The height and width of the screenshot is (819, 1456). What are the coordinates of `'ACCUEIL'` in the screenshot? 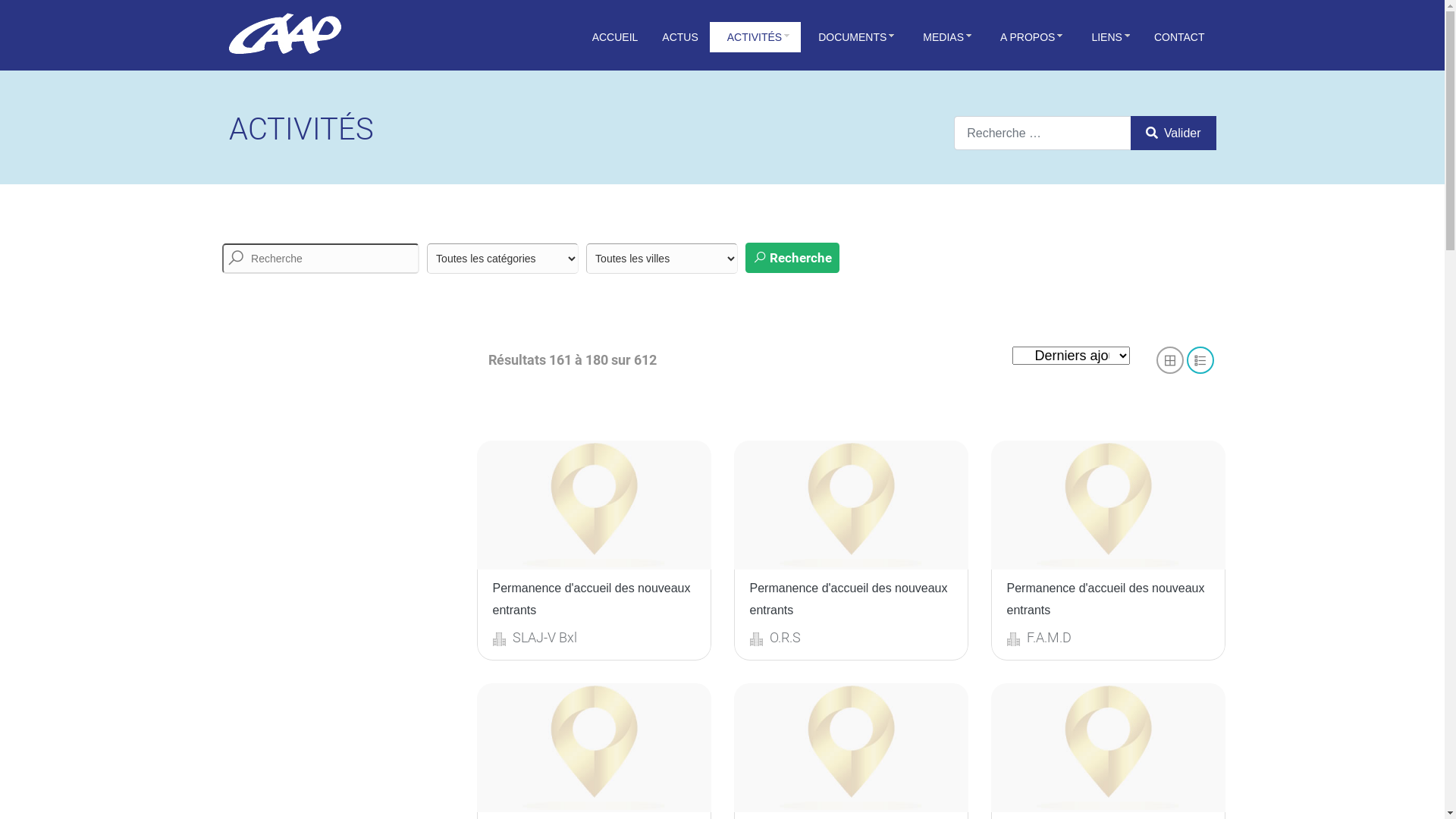 It's located at (614, 36).